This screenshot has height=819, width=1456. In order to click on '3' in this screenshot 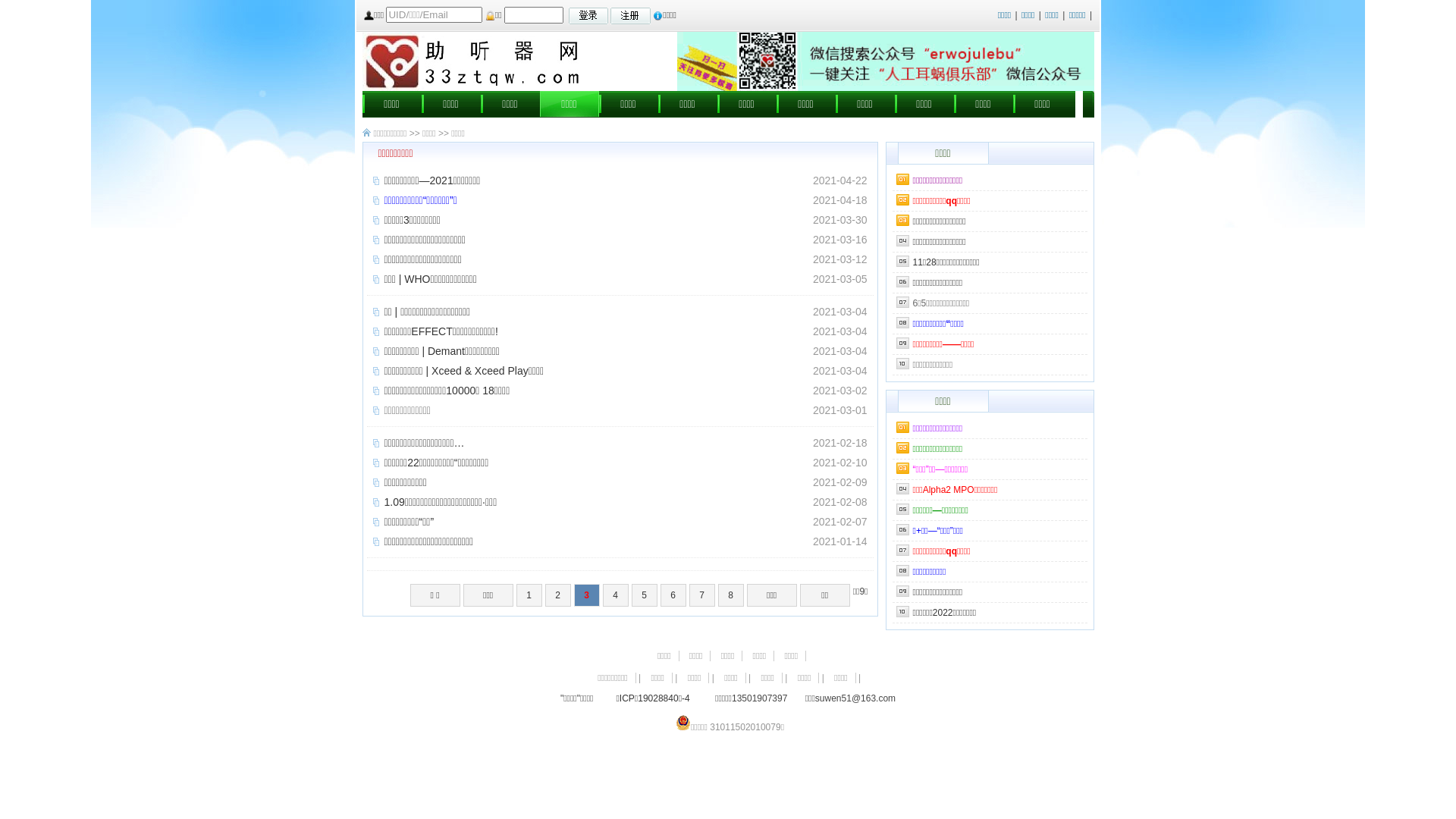, I will do `click(585, 595)`.